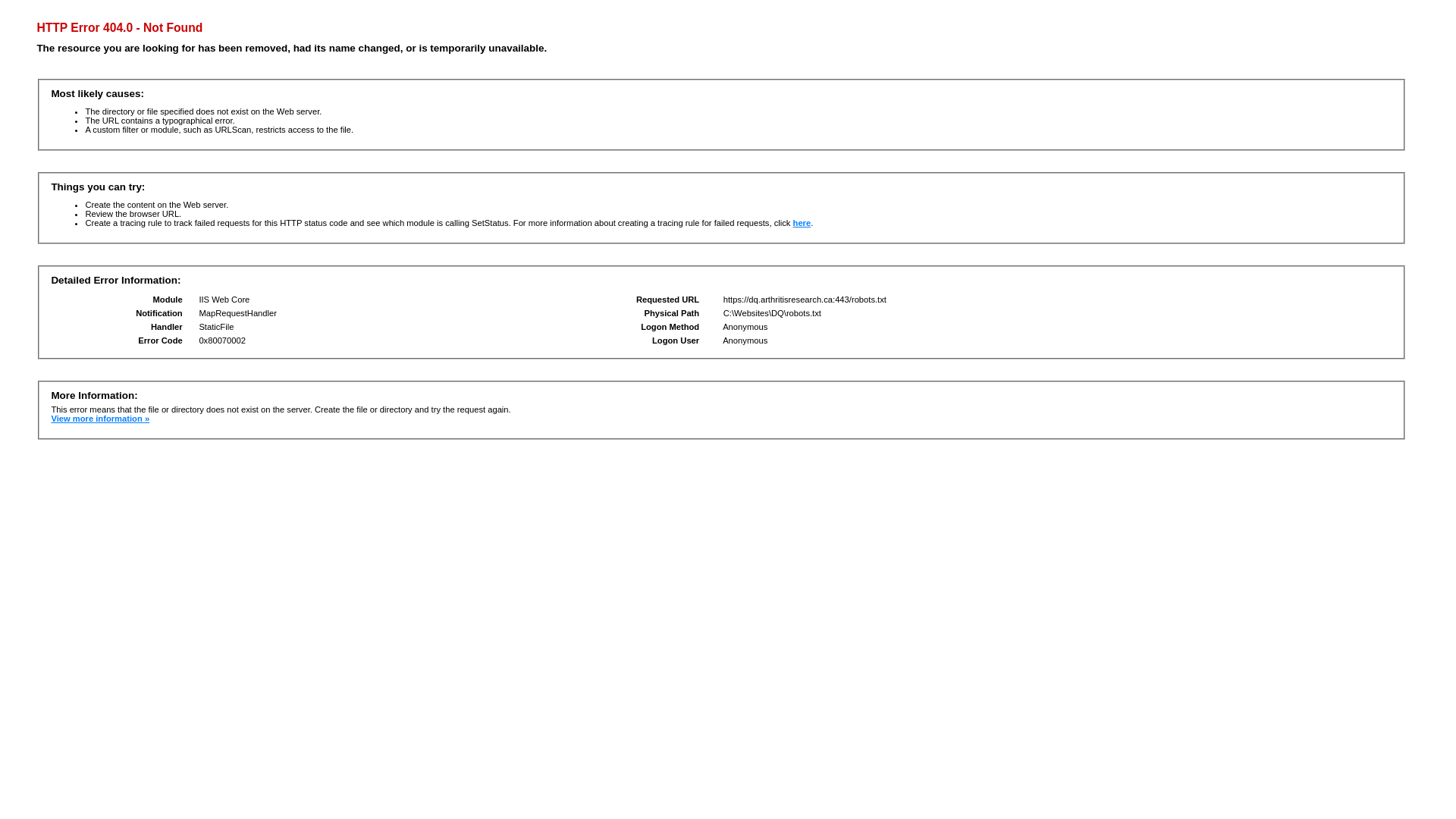  What do you see at coordinates (801, 222) in the screenshot?
I see `'here'` at bounding box center [801, 222].